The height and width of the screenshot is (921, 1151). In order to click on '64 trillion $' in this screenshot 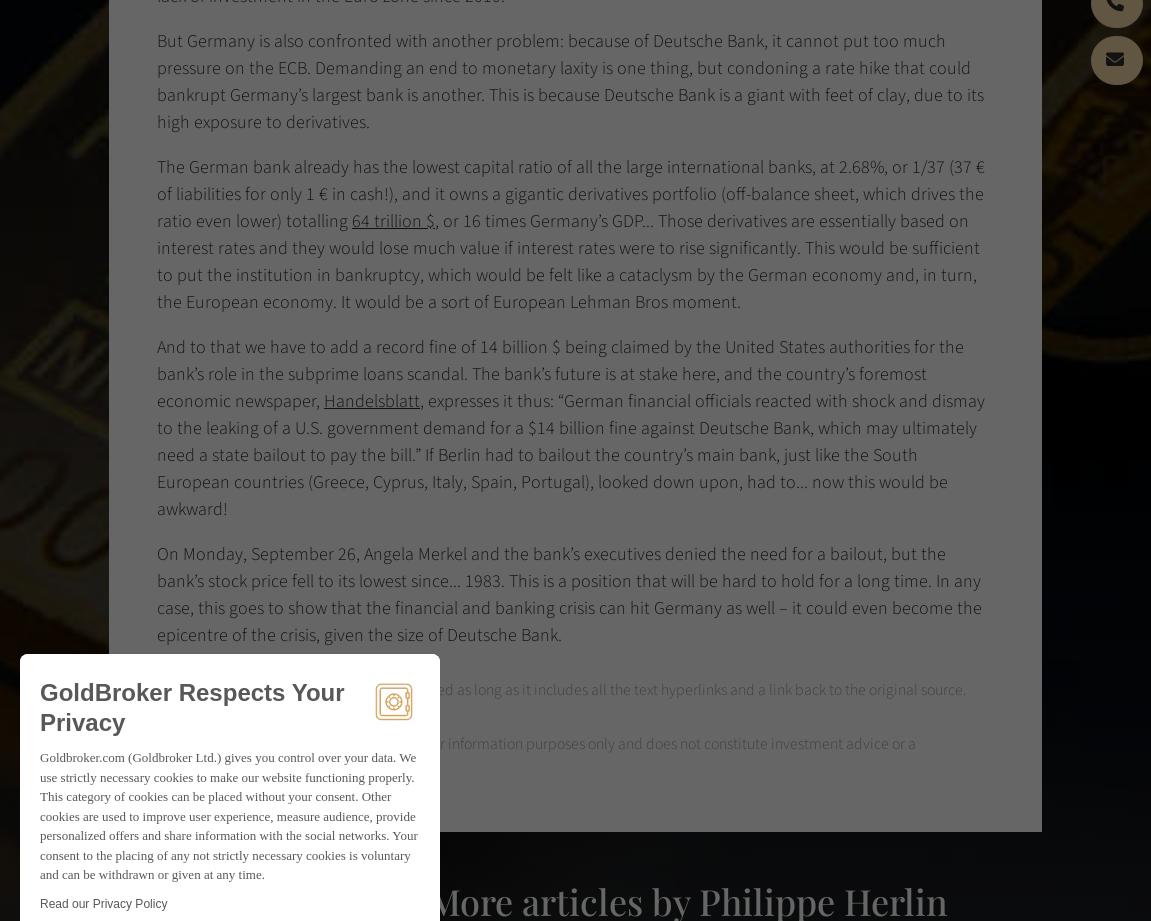, I will do `click(392, 220)`.